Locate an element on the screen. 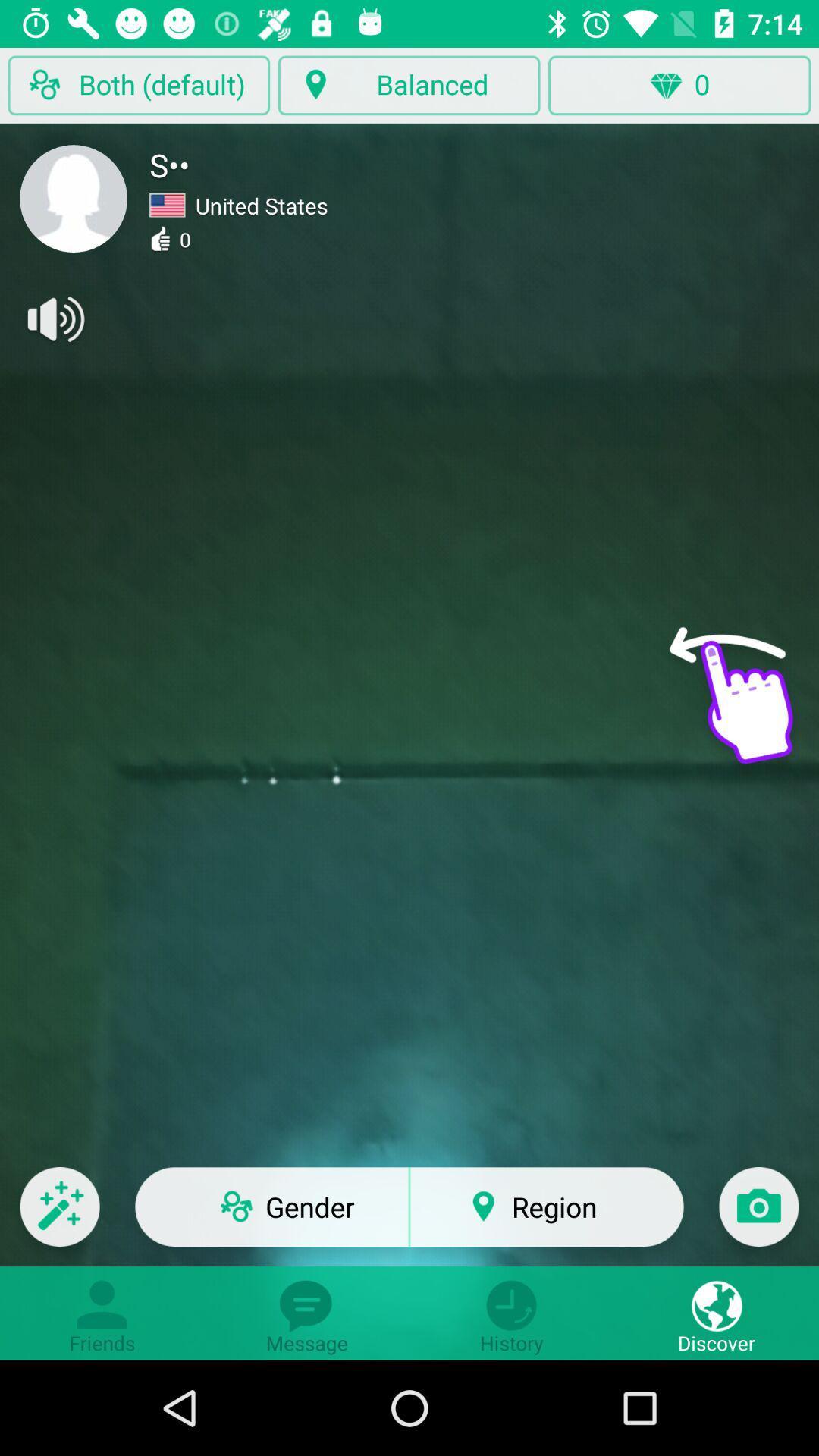 The image size is (819, 1456). the avatar icon is located at coordinates (74, 198).